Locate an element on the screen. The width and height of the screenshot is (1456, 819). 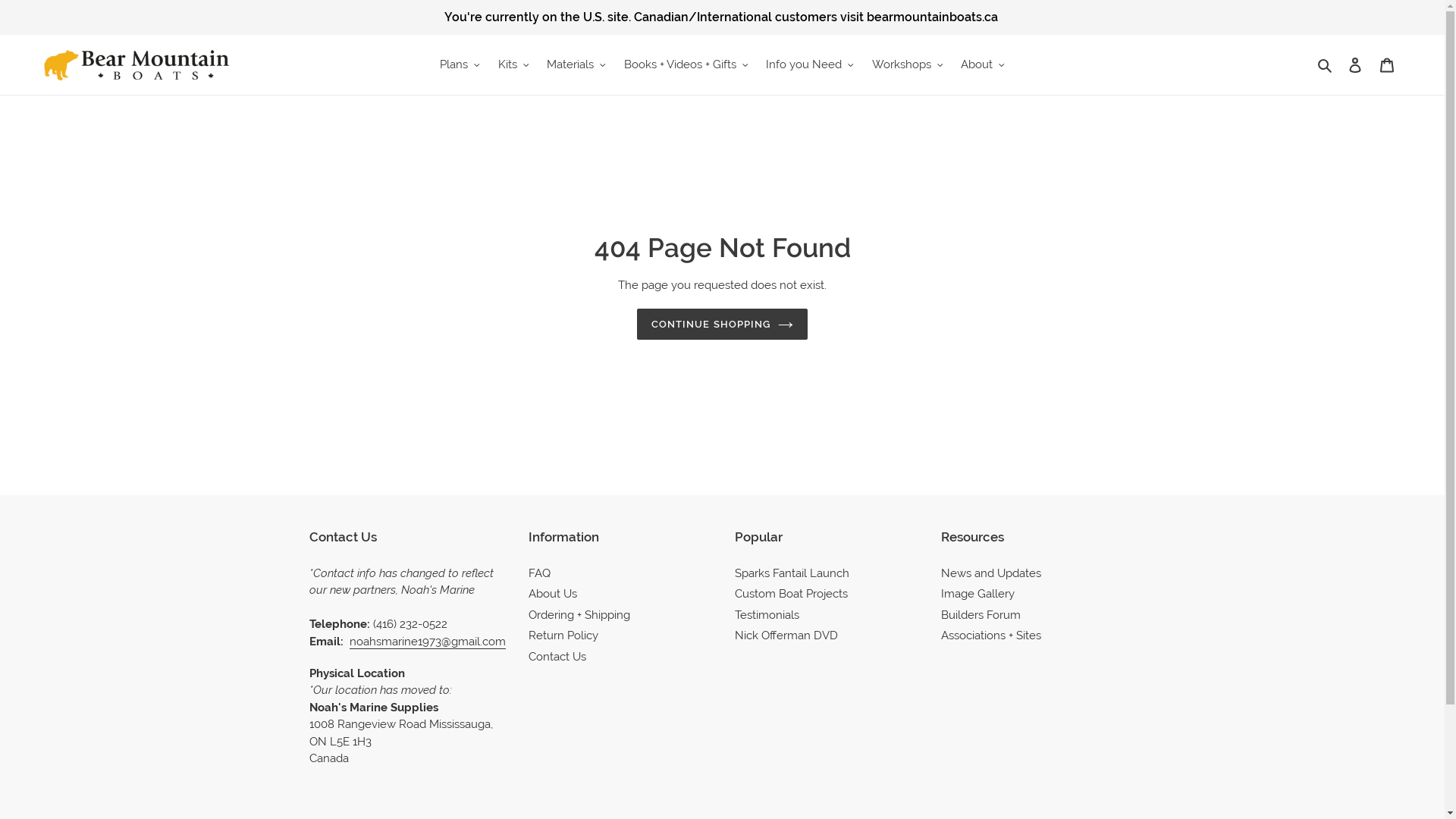
'FAQ' is located at coordinates (538, 573).